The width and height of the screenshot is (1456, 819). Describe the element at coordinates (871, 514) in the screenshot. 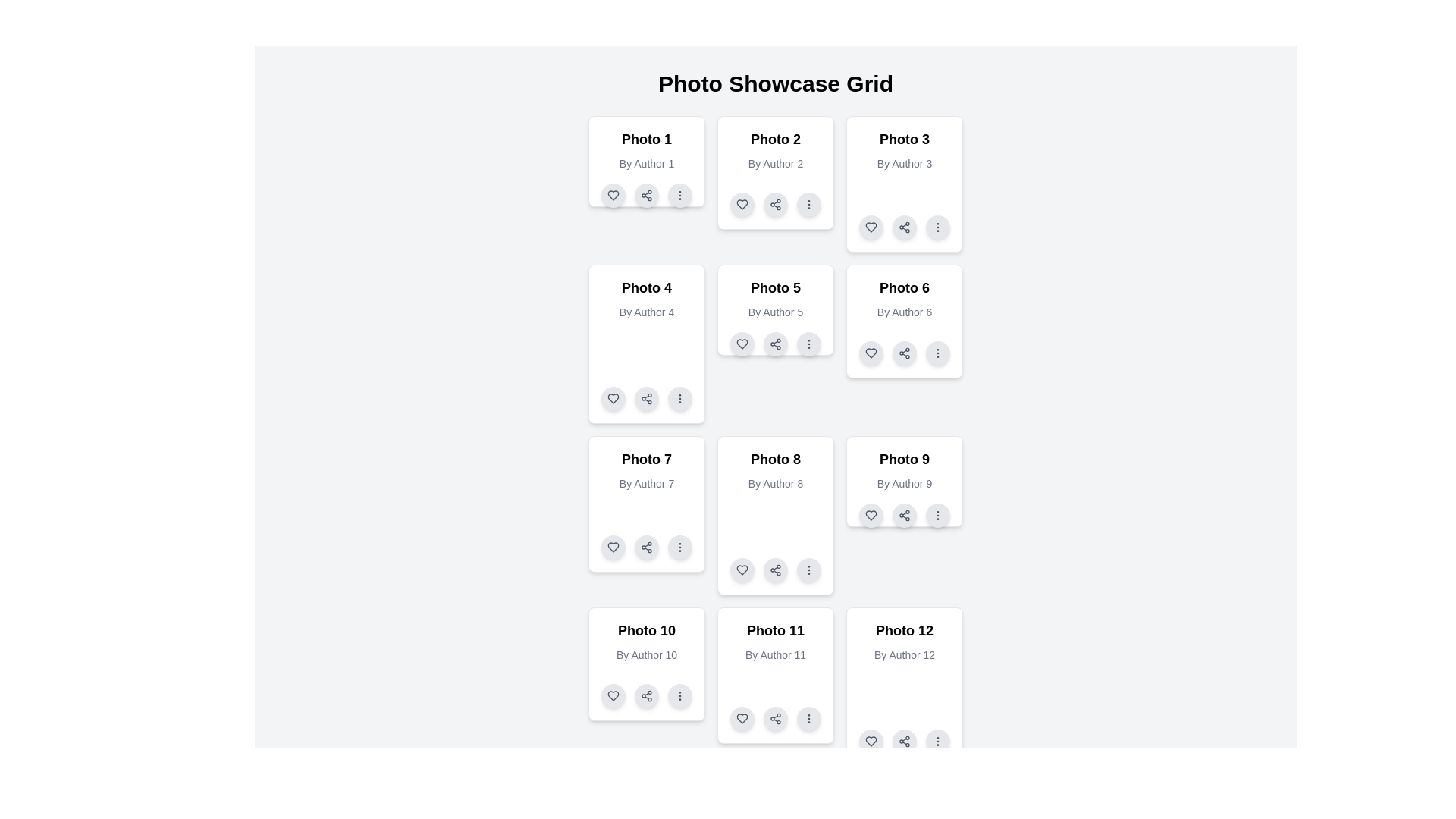

I see `the heart-shaped icon representing a 'like' feature located at the bottom left corner of the card labeled 'Photo 9'` at that location.